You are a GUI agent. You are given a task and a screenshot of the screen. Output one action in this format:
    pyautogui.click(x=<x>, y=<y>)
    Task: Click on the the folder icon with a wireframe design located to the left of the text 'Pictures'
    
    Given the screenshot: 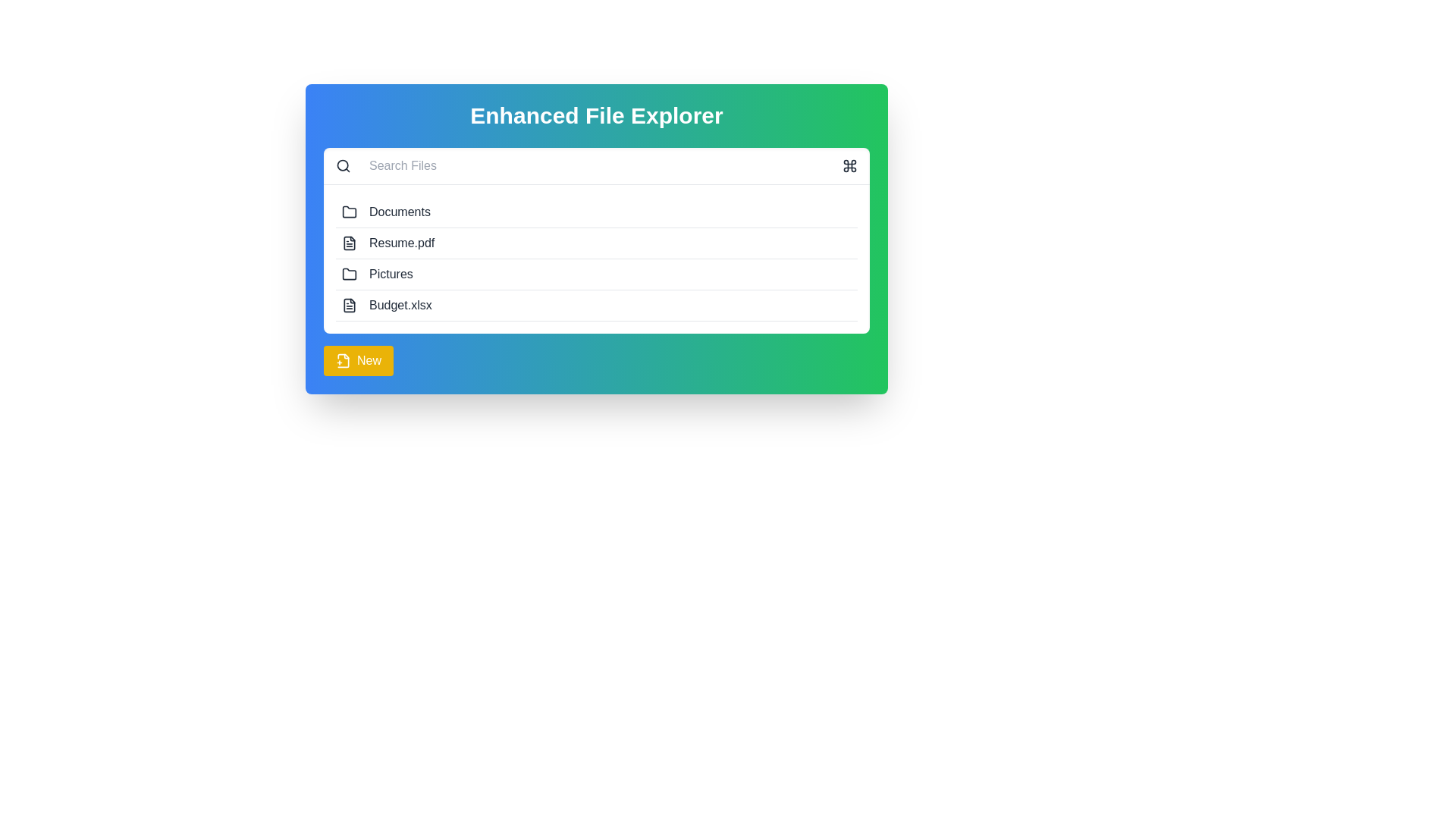 What is the action you would take?
    pyautogui.click(x=348, y=275)
    